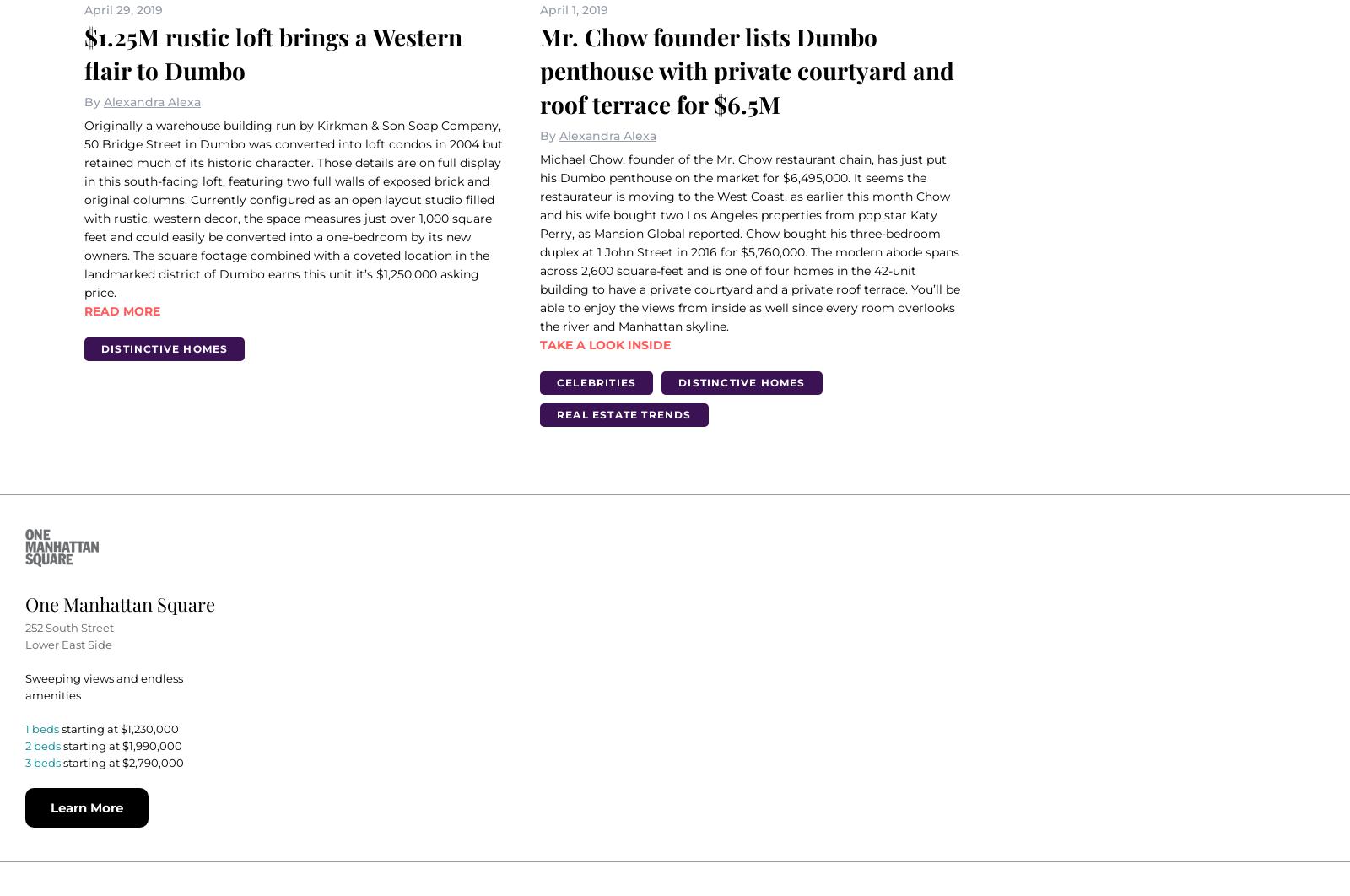  I want to click on '3 beds', so click(42, 761).